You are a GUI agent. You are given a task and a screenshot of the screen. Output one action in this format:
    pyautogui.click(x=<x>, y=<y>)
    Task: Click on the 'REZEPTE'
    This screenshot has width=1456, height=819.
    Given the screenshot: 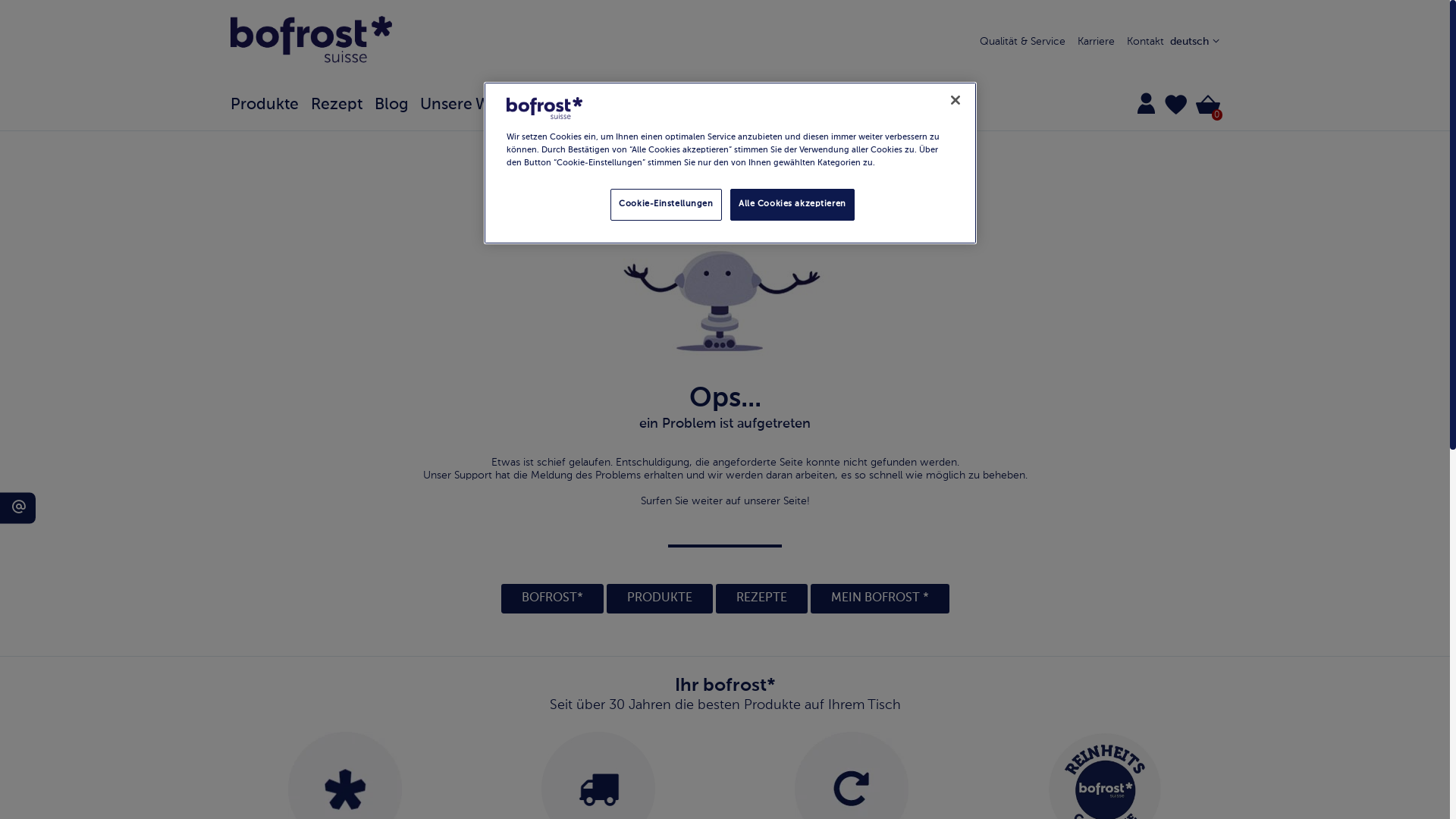 What is the action you would take?
    pyautogui.click(x=761, y=598)
    